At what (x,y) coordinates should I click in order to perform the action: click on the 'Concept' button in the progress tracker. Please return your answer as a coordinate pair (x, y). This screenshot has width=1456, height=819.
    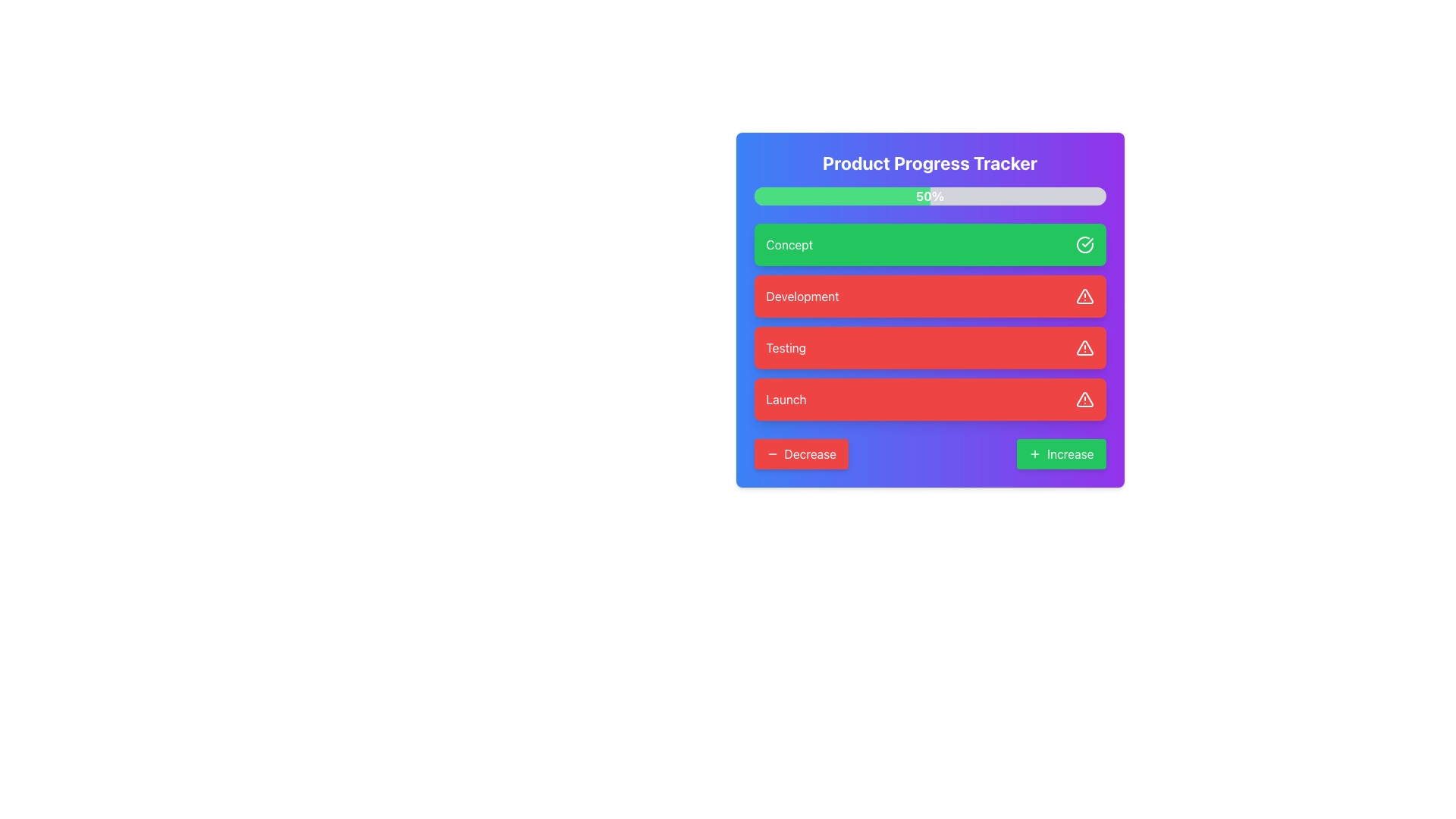
    Looking at the image, I should click on (929, 244).